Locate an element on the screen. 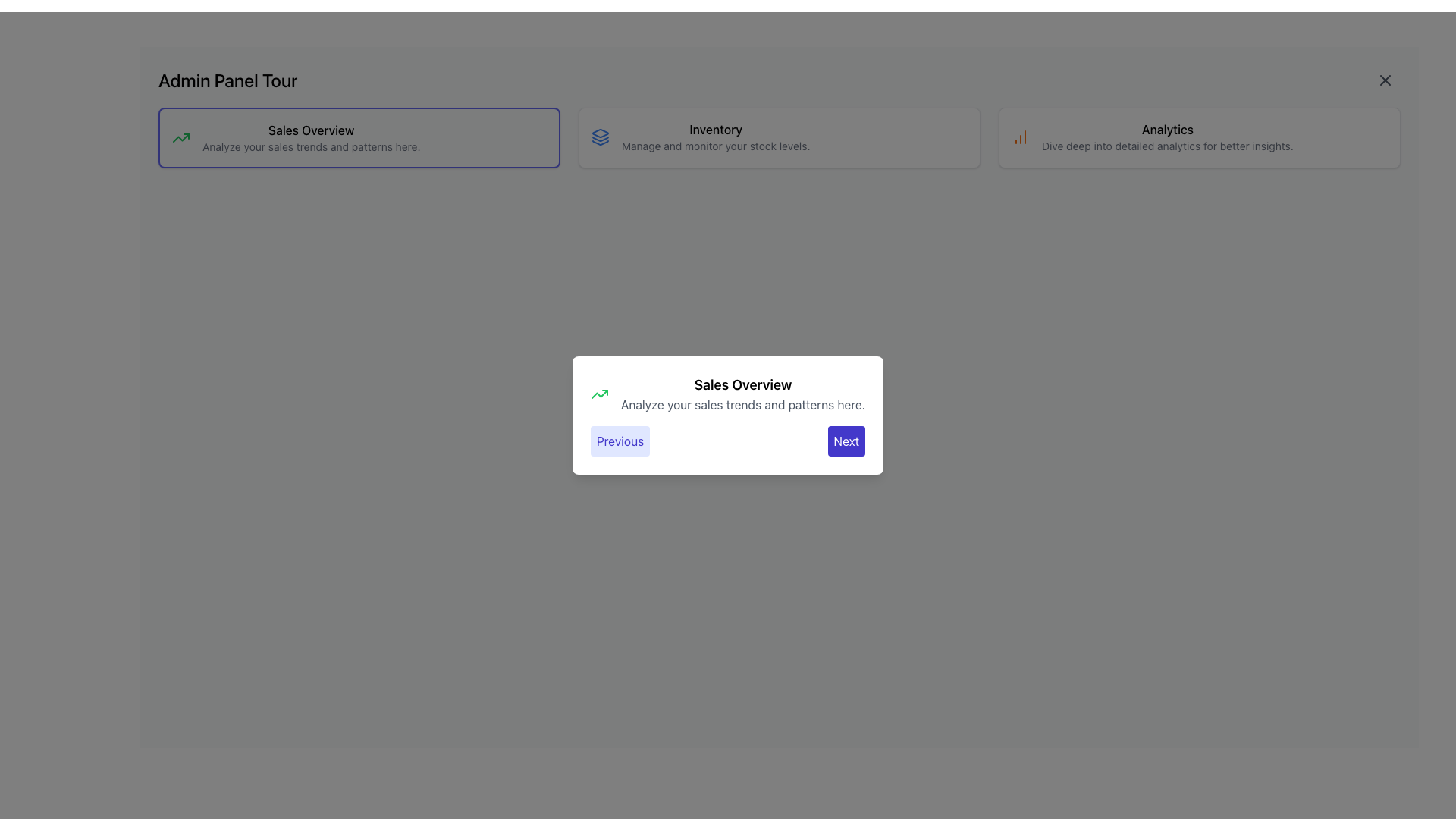 The width and height of the screenshot is (1456, 819). the 'Next' button, which is a rectangular button with white text on a blue background, located at the bottom-right corner of the modal, adjacent to the 'Previous' button is located at coordinates (846, 441).